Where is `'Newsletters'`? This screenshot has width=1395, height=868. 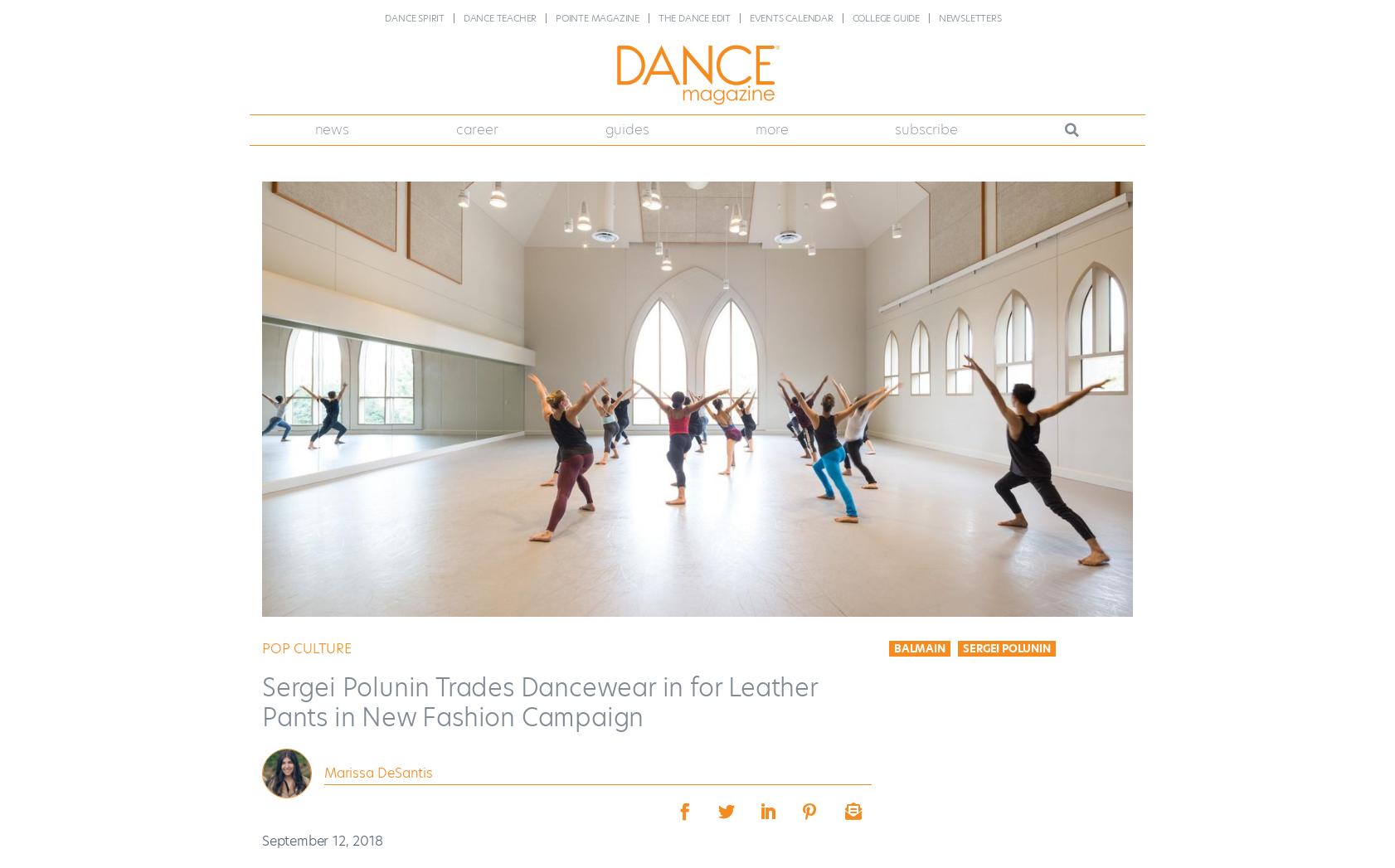 'Newsletters' is located at coordinates (968, 17).